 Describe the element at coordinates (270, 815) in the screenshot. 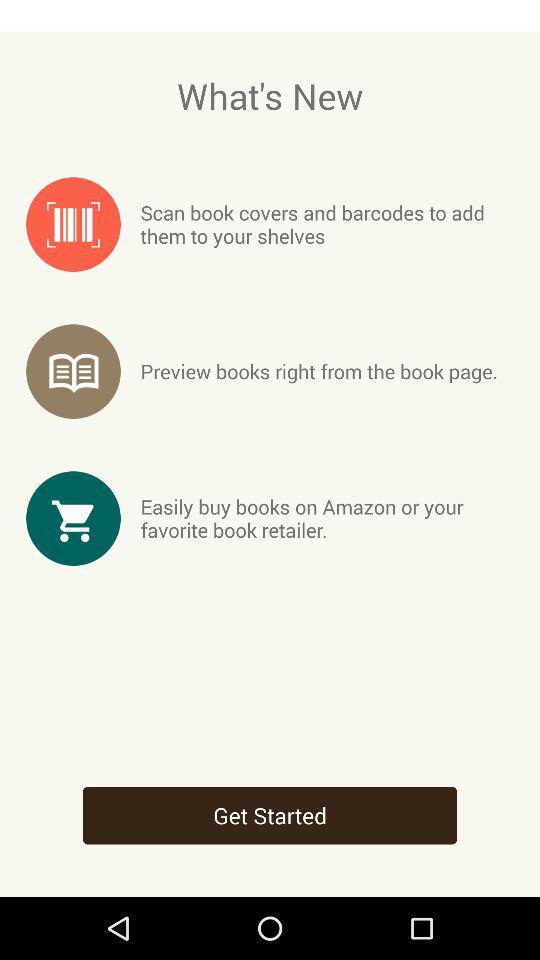

I see `the get started` at that location.